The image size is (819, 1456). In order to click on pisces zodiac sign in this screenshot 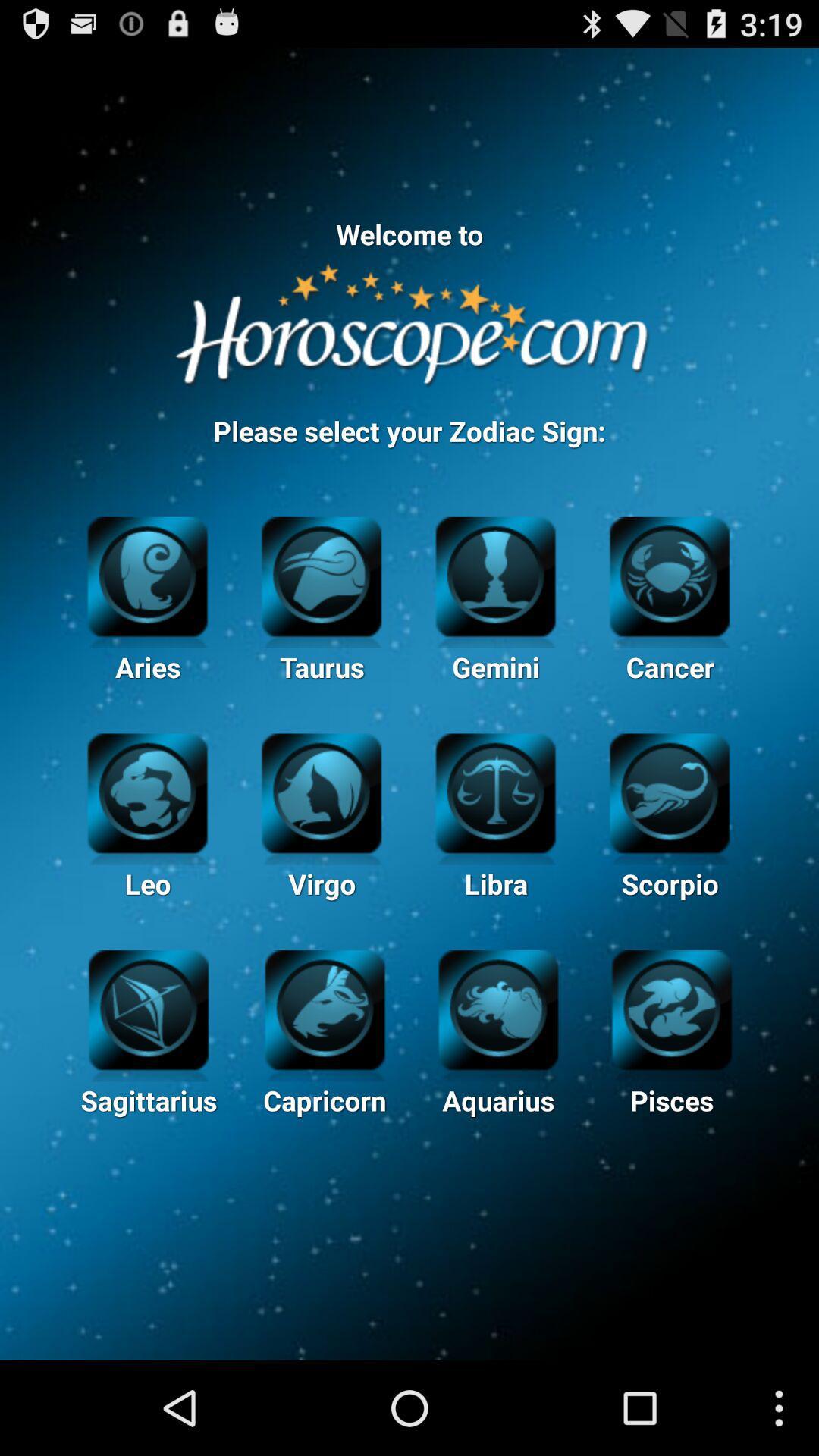, I will do `click(671, 1008)`.